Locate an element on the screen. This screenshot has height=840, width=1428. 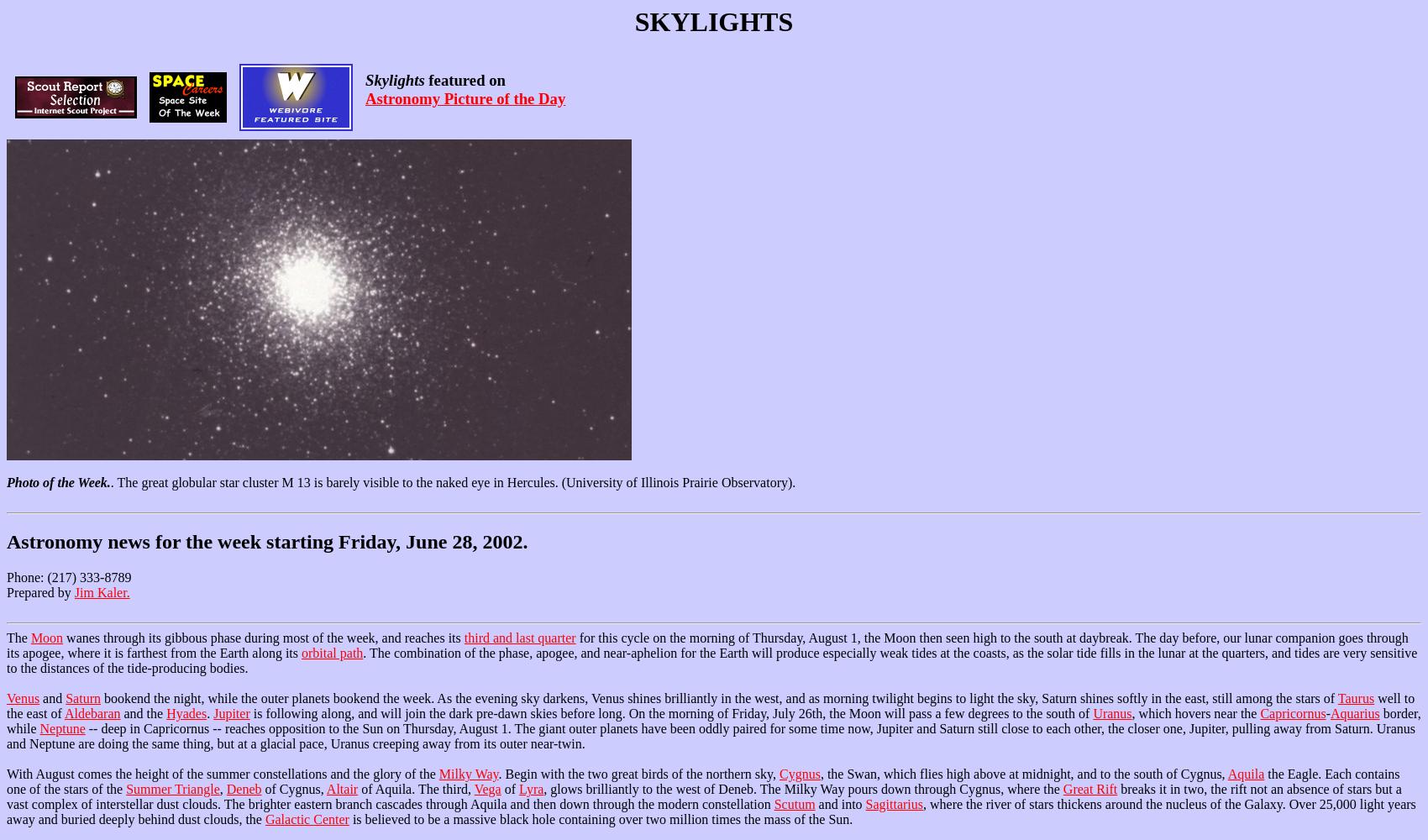
'of Aquila.  The third,' is located at coordinates (358, 788).